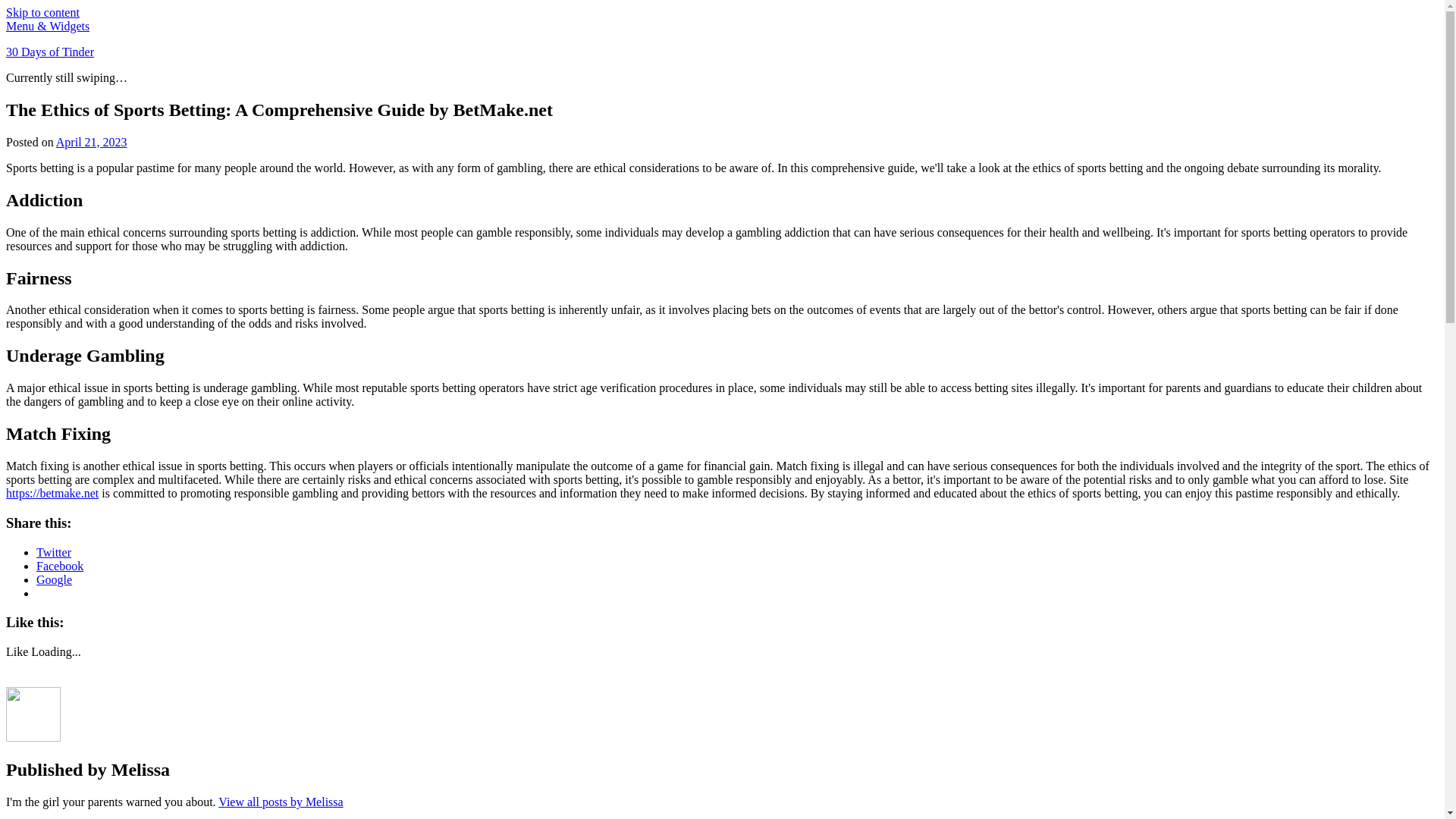 The width and height of the screenshot is (1456, 819). Describe the element at coordinates (47, 26) in the screenshot. I see `'Menu & Widgets'` at that location.